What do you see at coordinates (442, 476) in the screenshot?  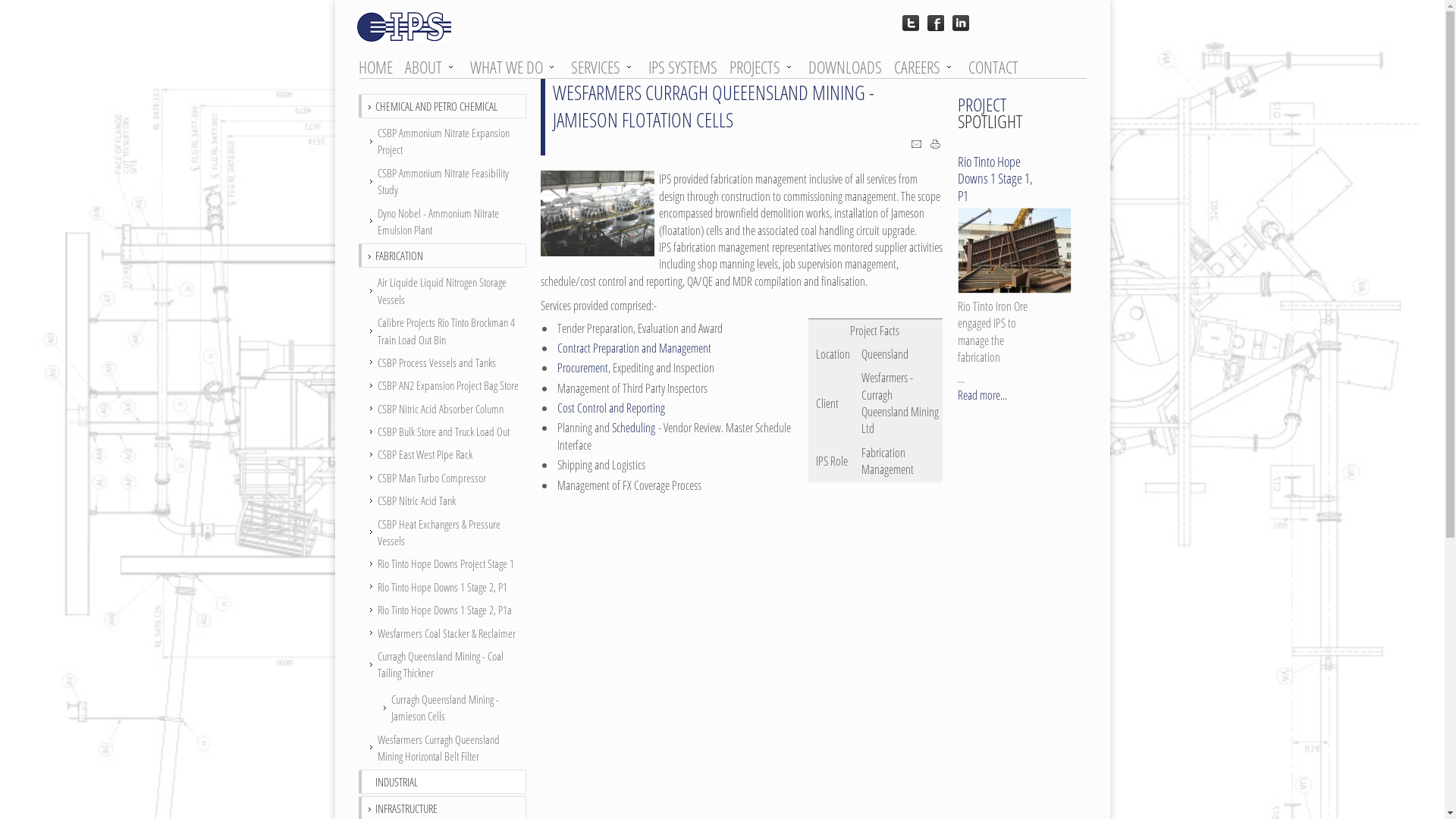 I see `'CSBP Man Turbo Compressor'` at bounding box center [442, 476].